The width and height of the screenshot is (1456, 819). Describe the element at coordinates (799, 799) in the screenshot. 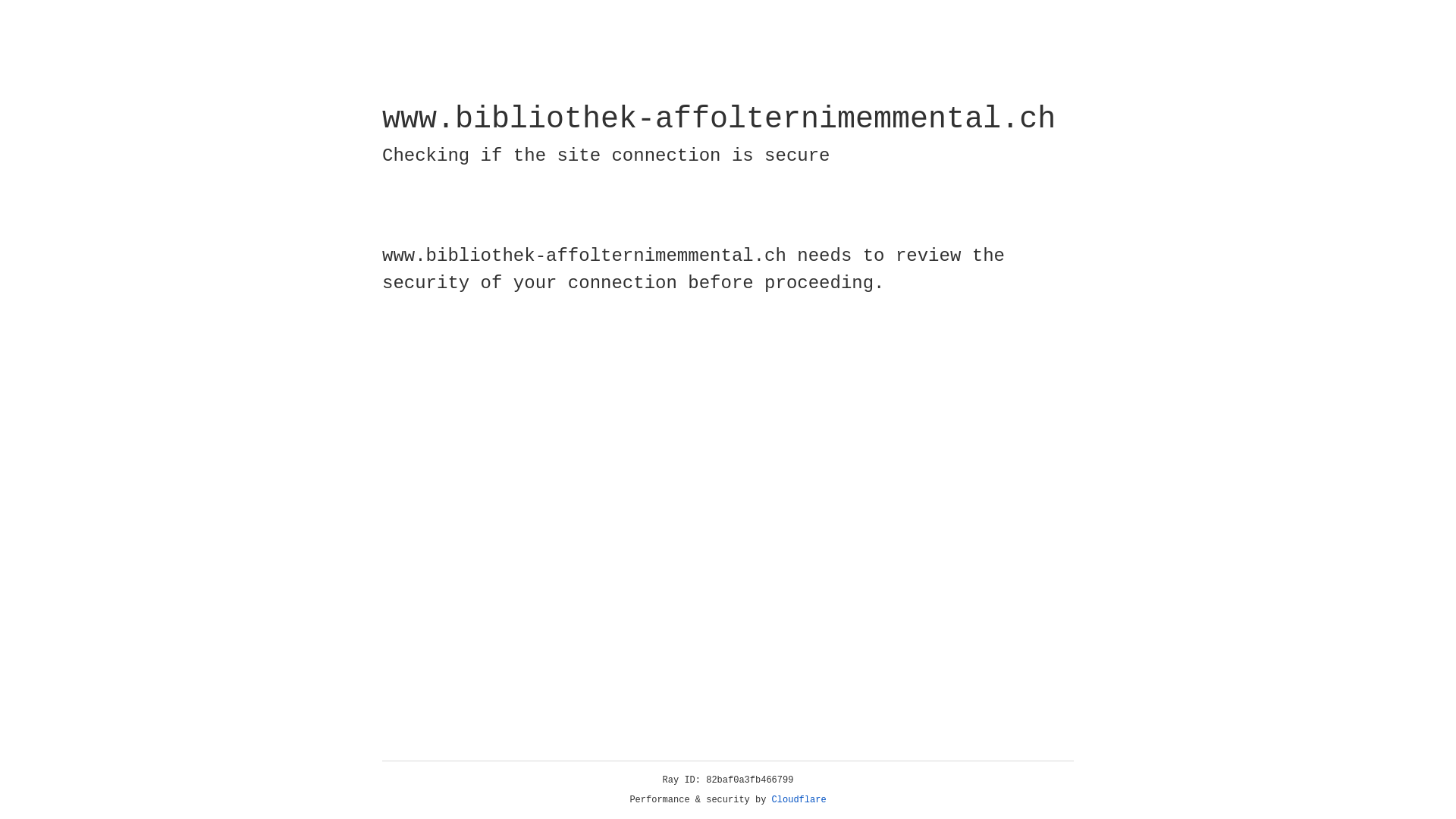

I see `'Cloudflare'` at that location.